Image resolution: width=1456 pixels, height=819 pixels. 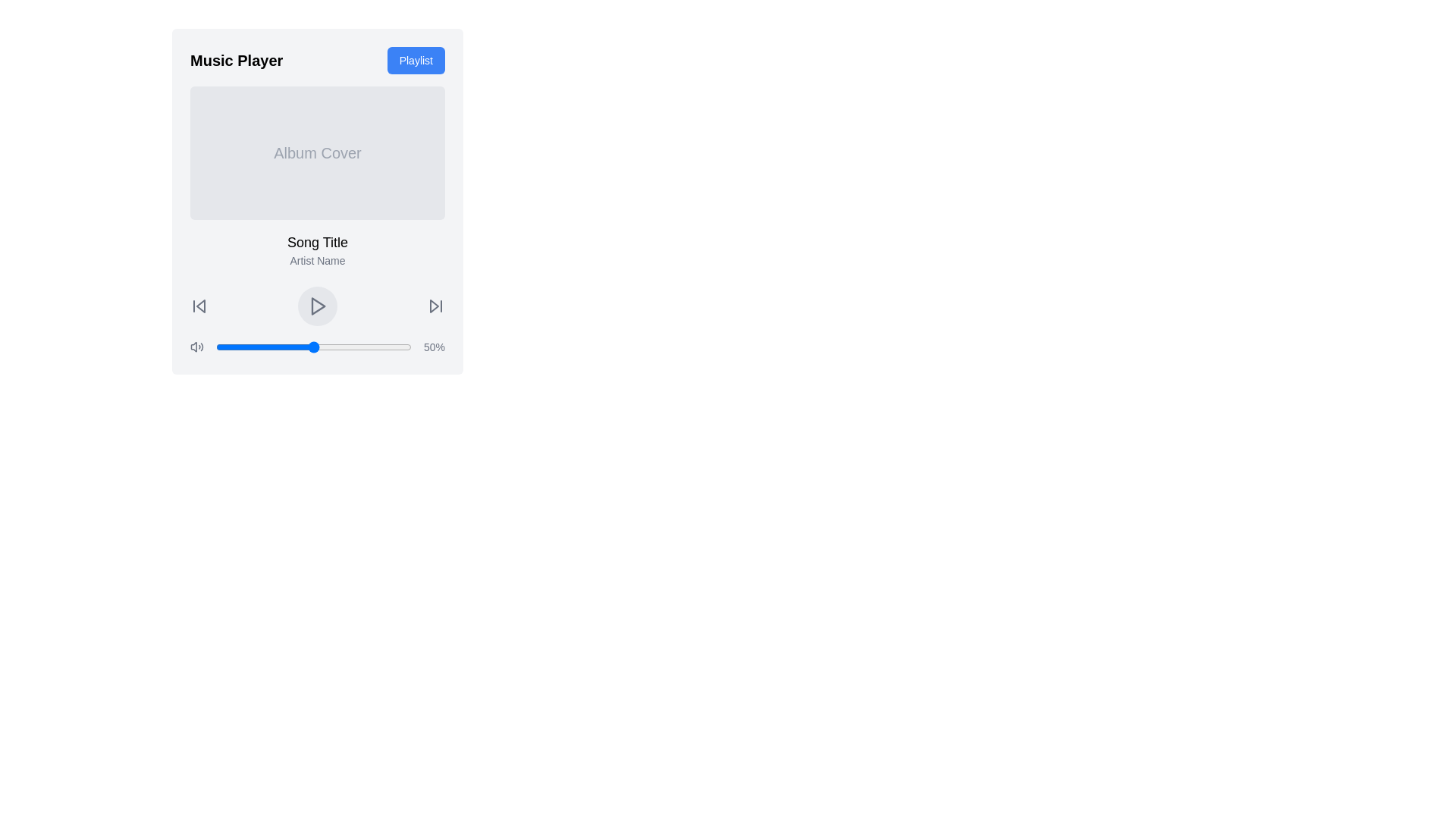 What do you see at coordinates (316, 259) in the screenshot?
I see `displayed text of the artist name located directly beneath the 'Song Title' text label in the music player interface` at bounding box center [316, 259].